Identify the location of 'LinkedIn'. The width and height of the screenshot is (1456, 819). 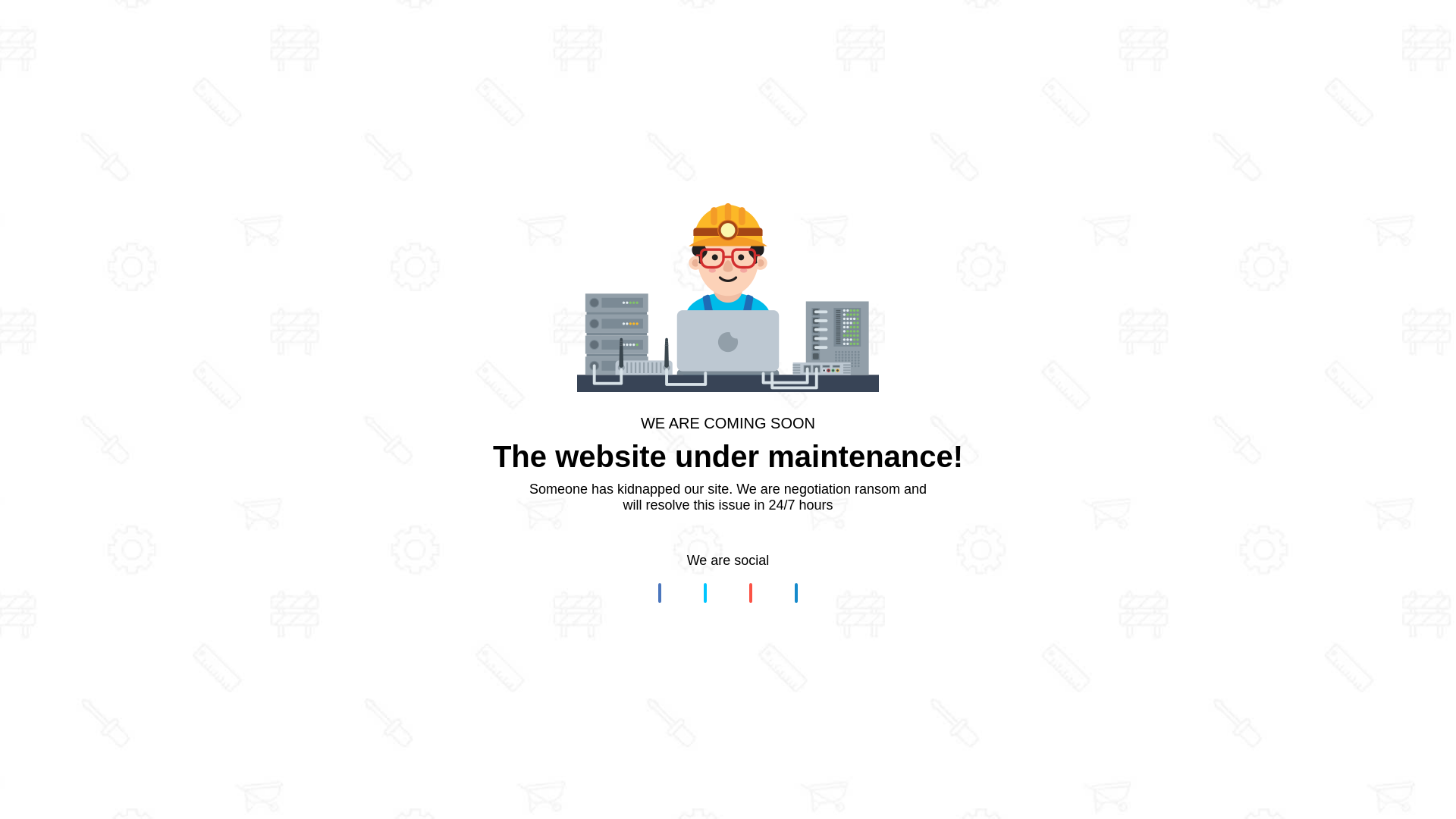
(795, 592).